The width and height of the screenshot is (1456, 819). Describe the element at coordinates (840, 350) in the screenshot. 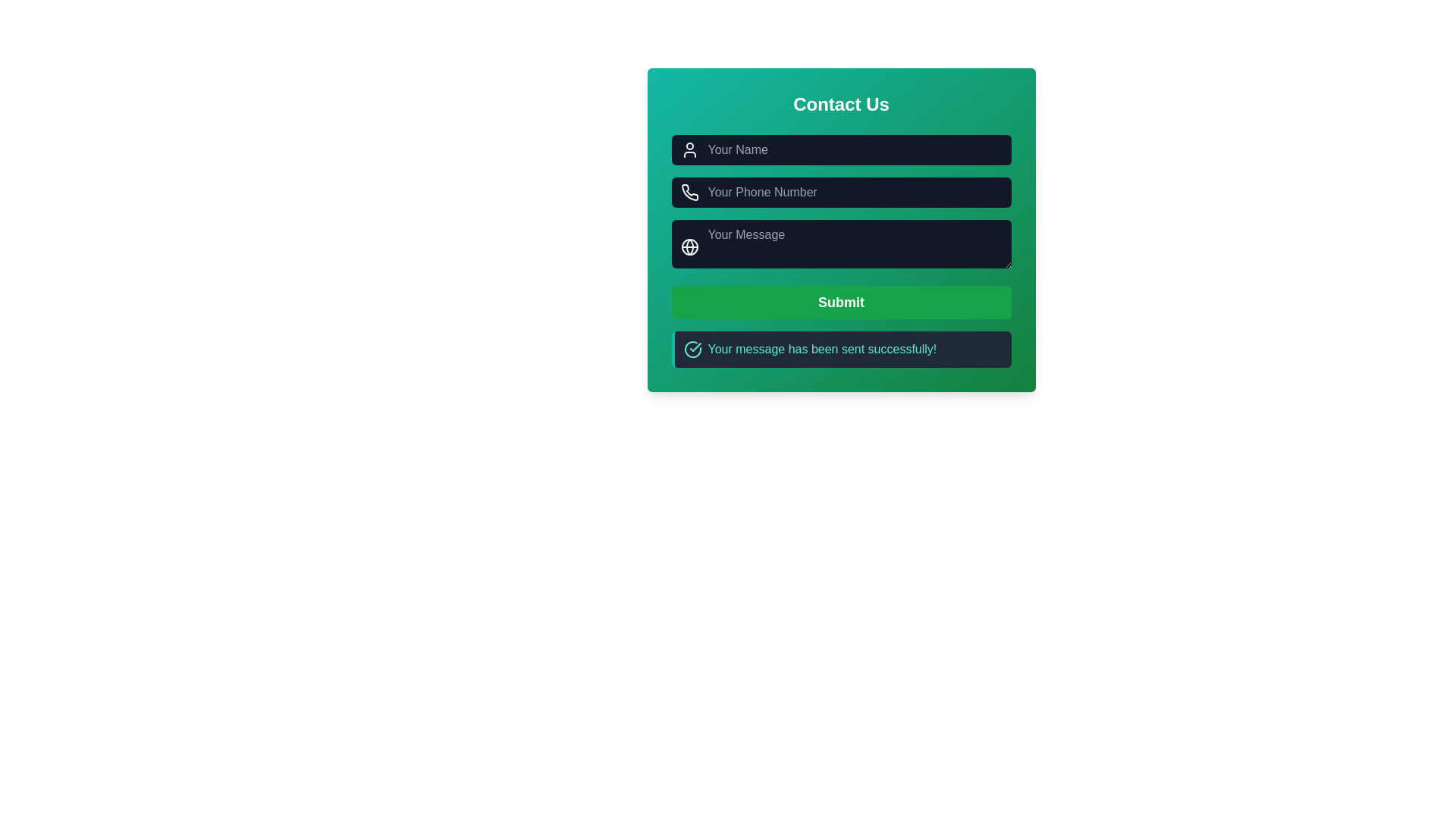

I see `the Notification message box that displays a confirmation message after form submission, located directly below the 'Submit' button` at that location.